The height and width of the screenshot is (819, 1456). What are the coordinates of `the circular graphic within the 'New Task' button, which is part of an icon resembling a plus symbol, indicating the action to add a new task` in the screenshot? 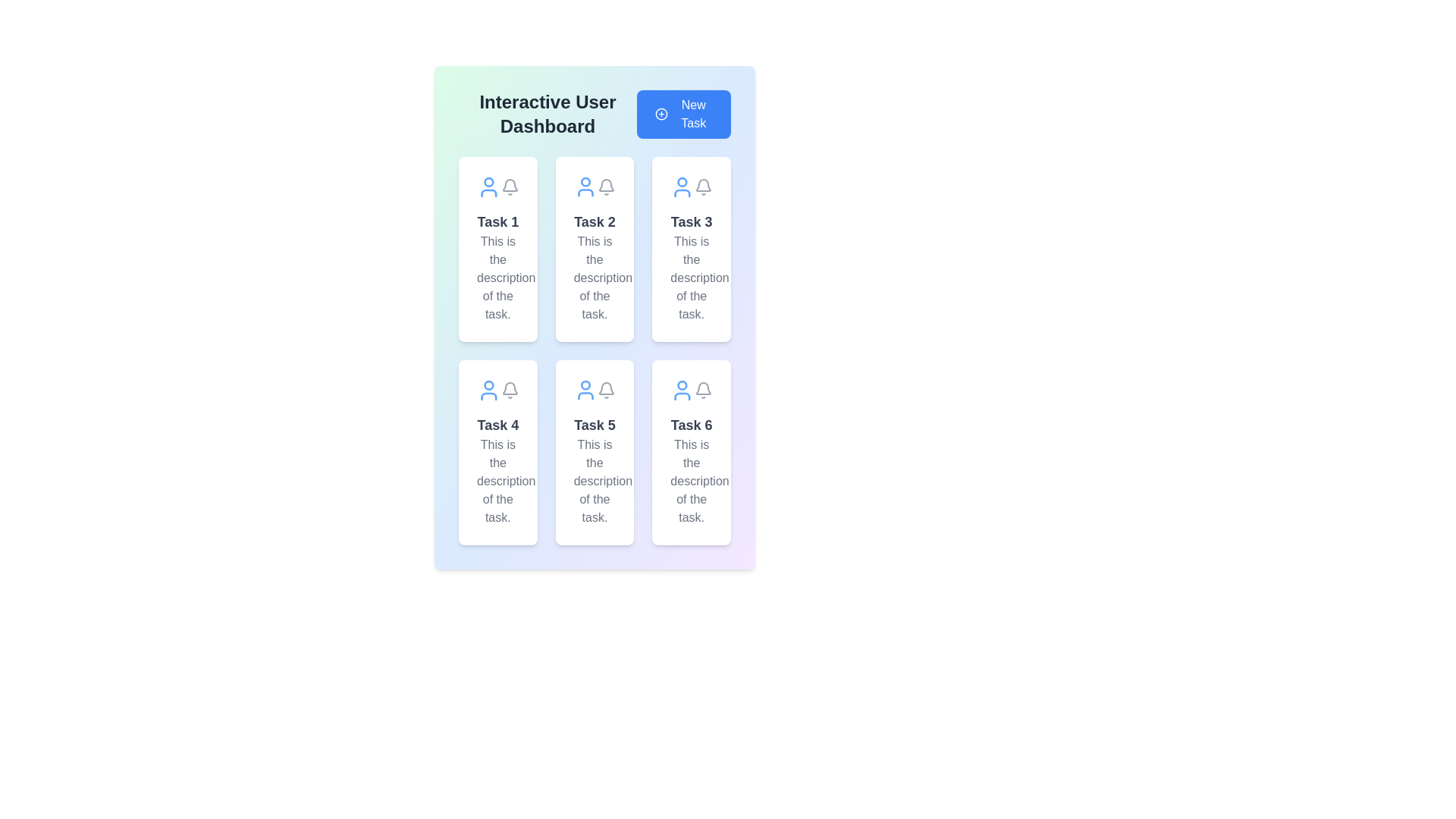 It's located at (661, 113).